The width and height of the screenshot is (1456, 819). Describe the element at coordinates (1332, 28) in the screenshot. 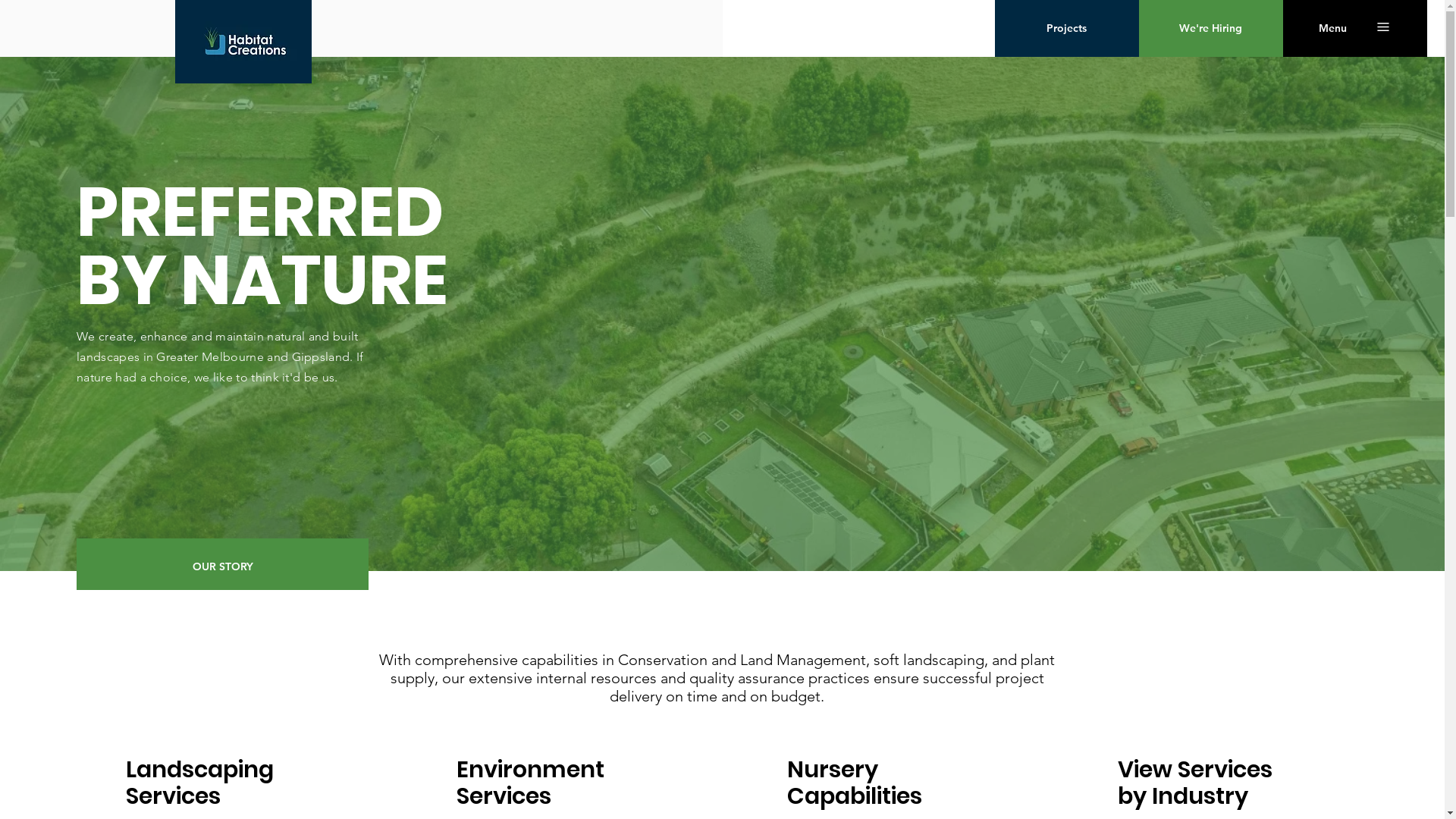

I see `'Menu'` at that location.